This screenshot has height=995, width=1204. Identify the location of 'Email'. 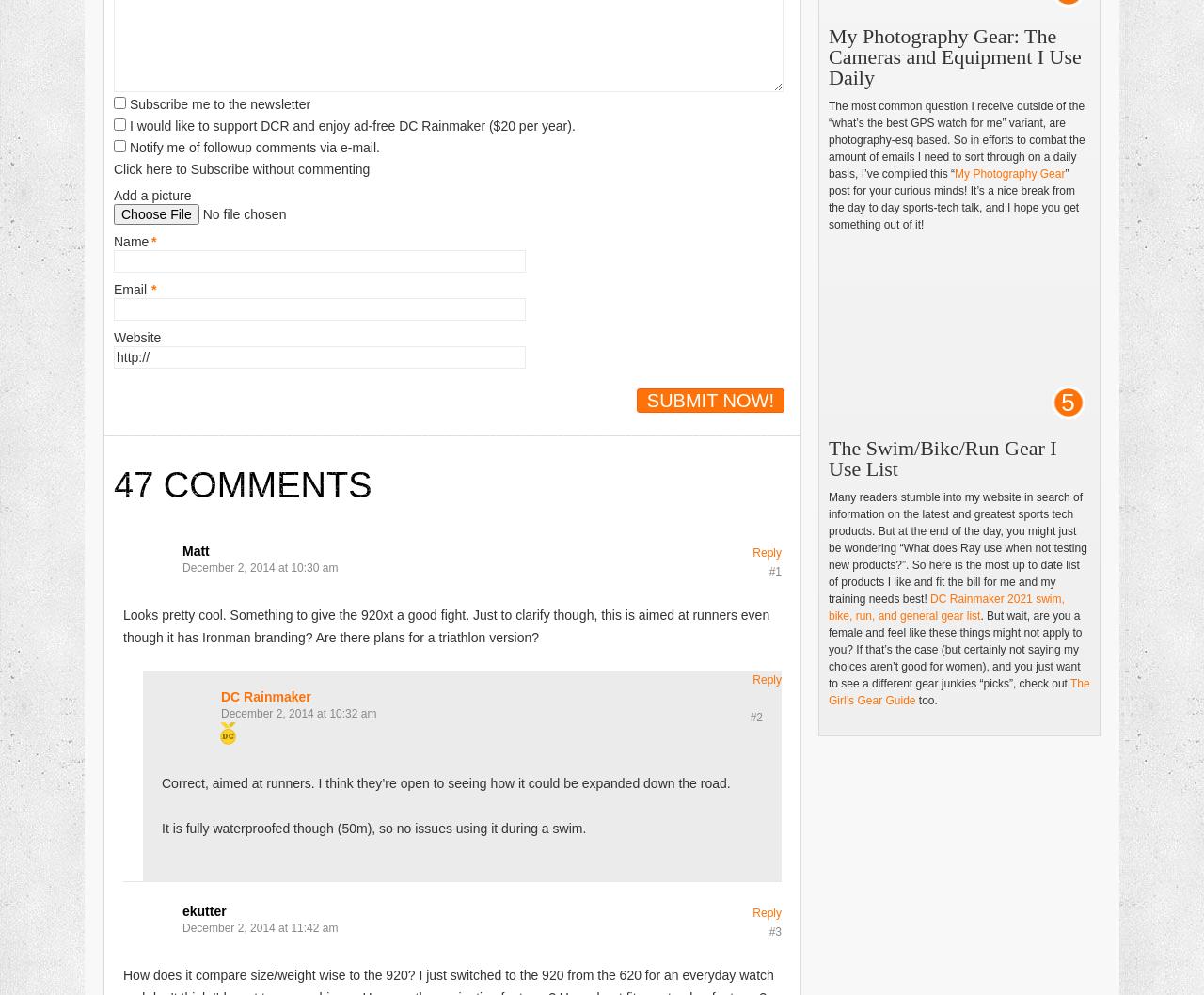
(129, 288).